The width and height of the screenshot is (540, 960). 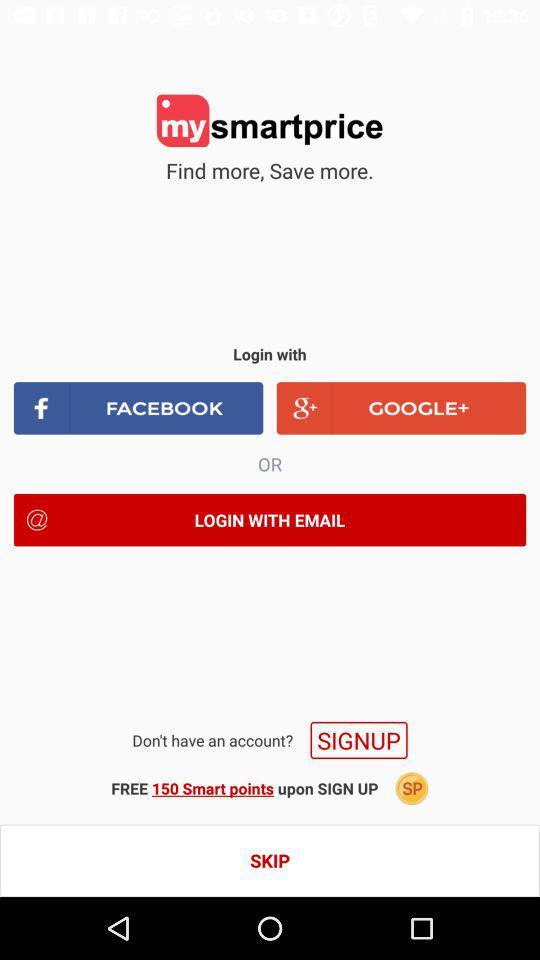 I want to click on the free 150 smart icon, so click(x=244, y=788).